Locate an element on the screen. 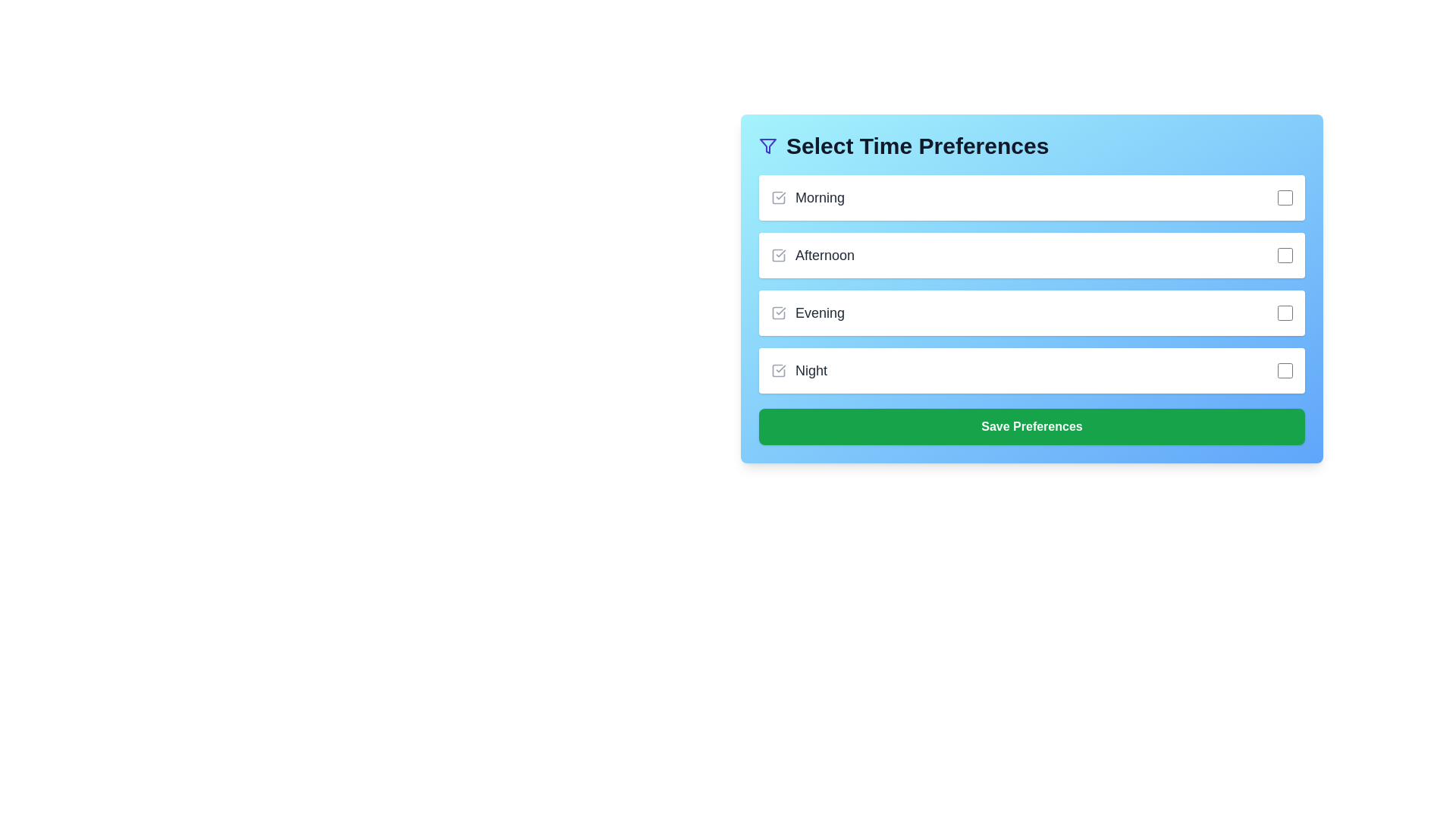 This screenshot has height=819, width=1456. the checkbox outline (non-interactive SVG representation) located to the left of the 'Evening' text in the options list is located at coordinates (779, 312).